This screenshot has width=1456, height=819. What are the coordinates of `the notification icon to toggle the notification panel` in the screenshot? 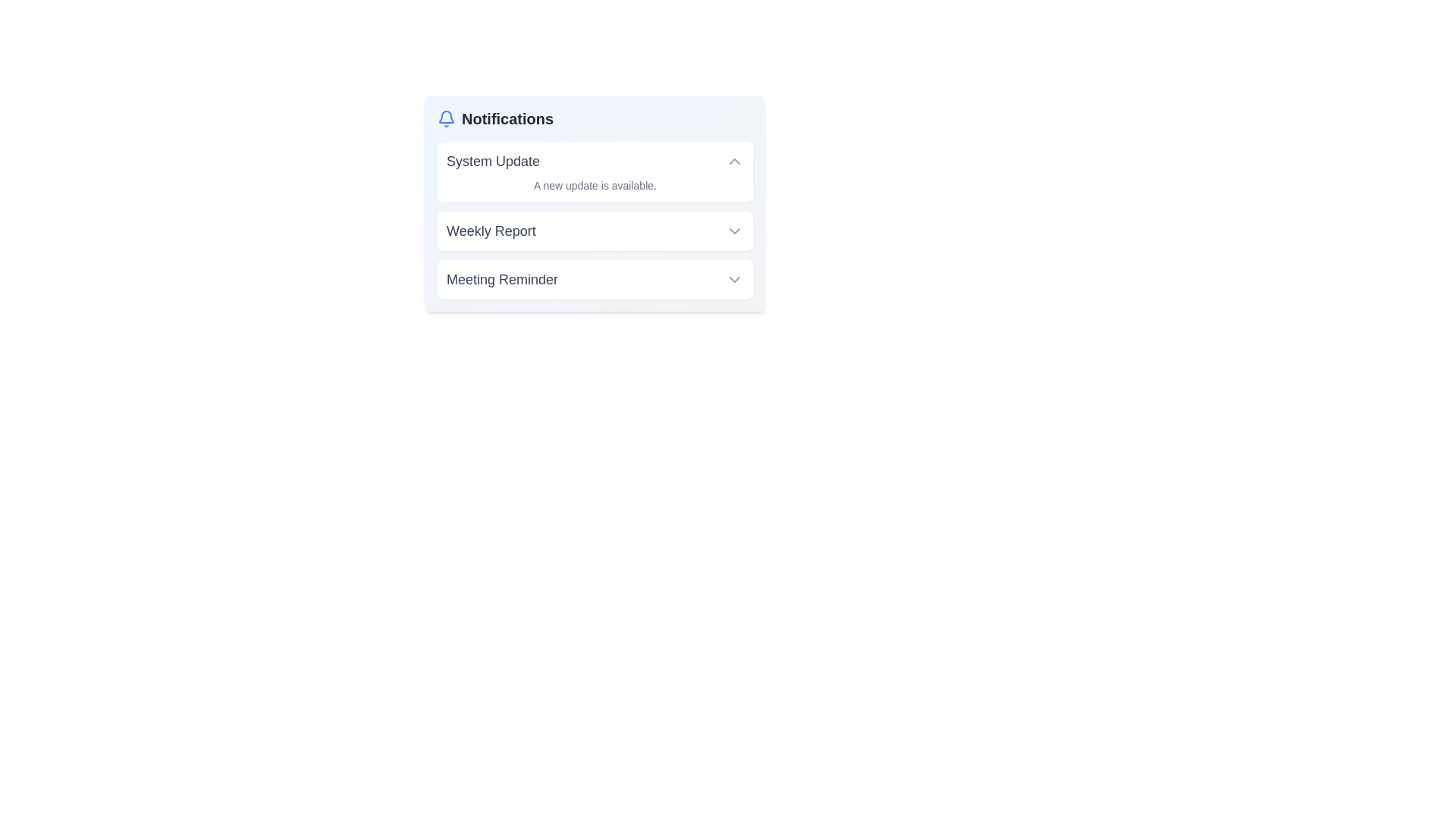 It's located at (446, 118).